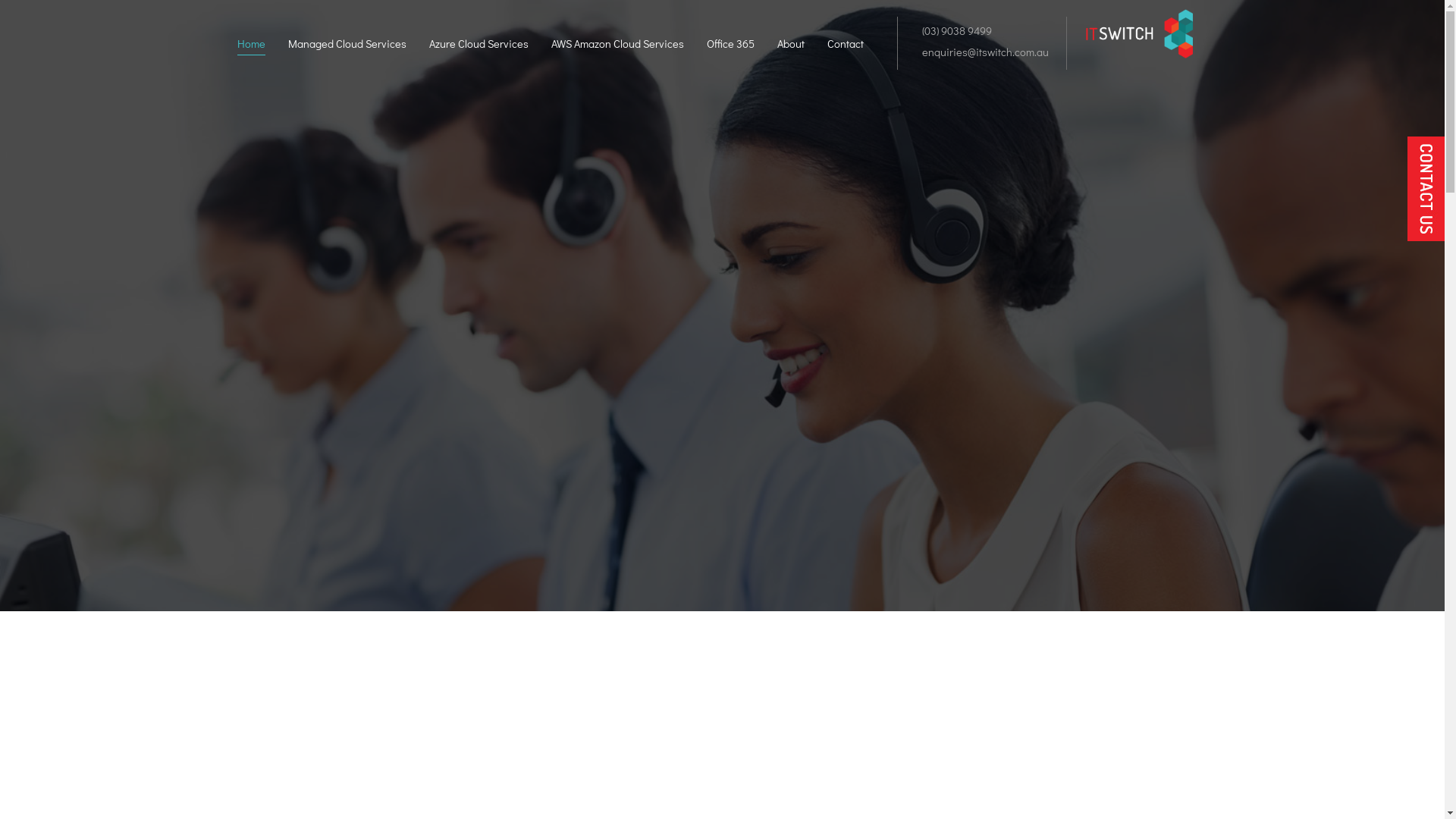 This screenshot has width=1456, height=819. Describe the element at coordinates (952, 30) in the screenshot. I see `'(03) 9038 9499'` at that location.